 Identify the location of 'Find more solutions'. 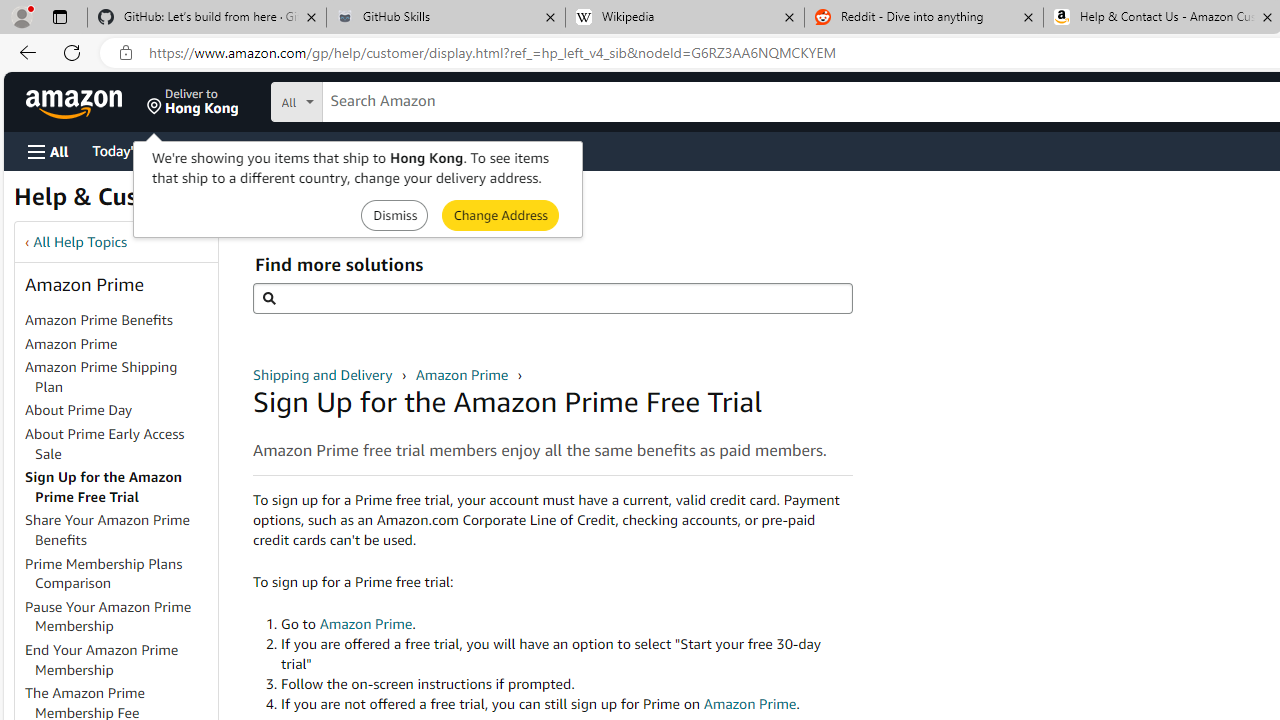
(552, 298).